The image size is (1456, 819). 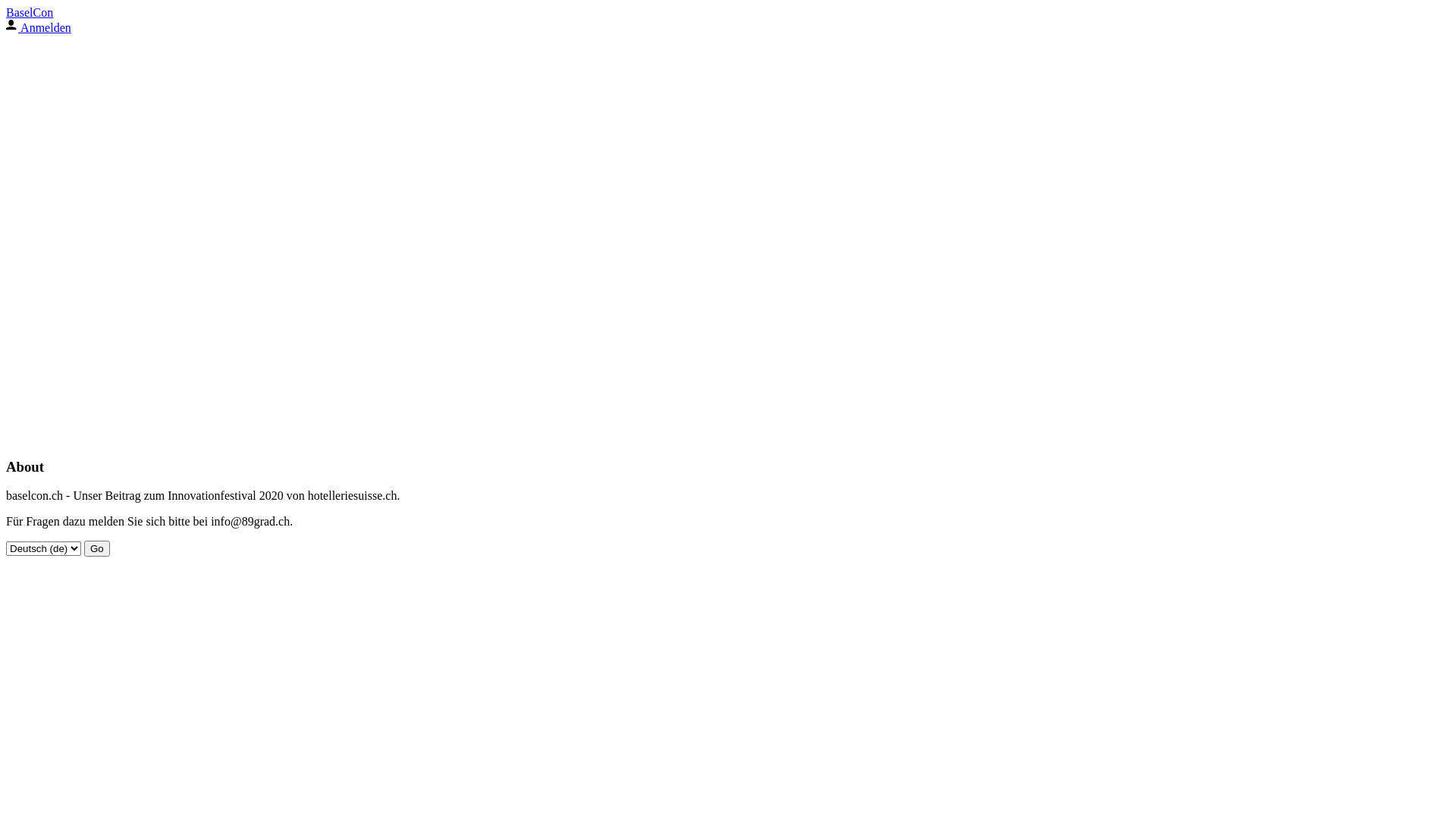 I want to click on 'Go', so click(x=83, y=548).